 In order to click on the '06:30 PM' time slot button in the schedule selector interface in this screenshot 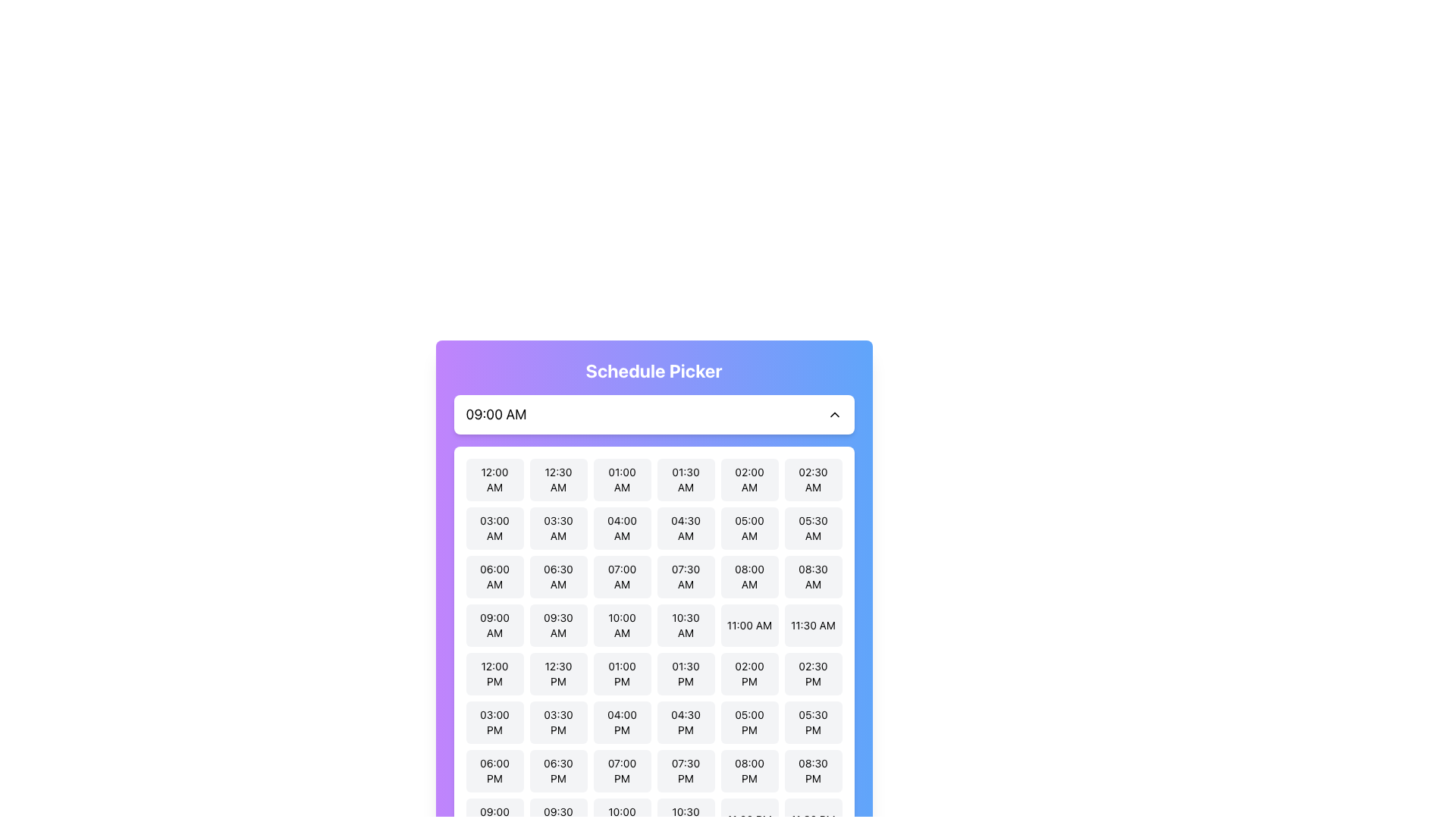, I will do `click(557, 771)`.